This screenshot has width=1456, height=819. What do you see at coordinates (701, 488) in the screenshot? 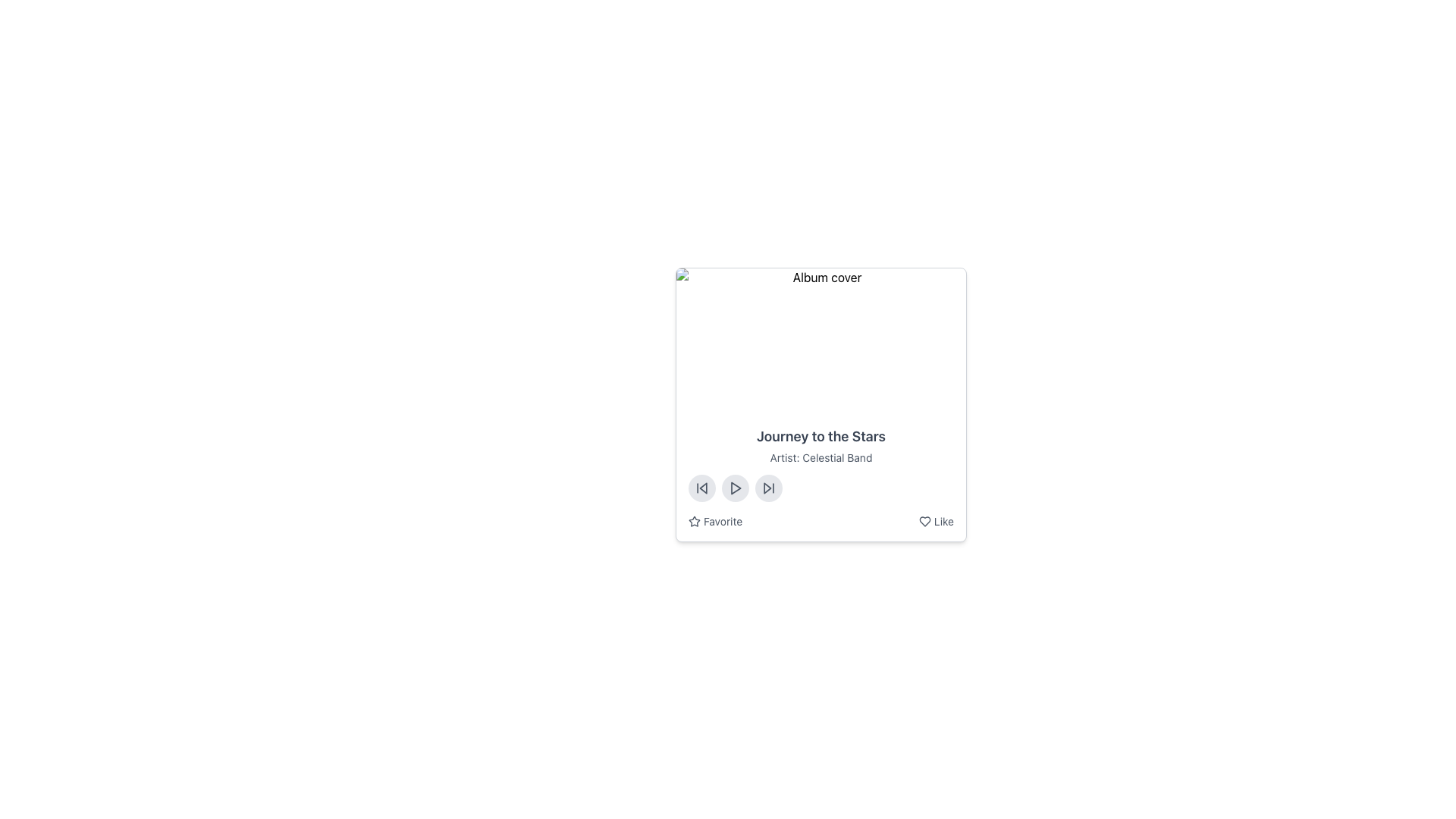
I see `the 'skip backward' icon button, which is a circular button with a light gray background and a triangular point to the left, located at the bottom of the music player interface, to skip to the previous track` at bounding box center [701, 488].